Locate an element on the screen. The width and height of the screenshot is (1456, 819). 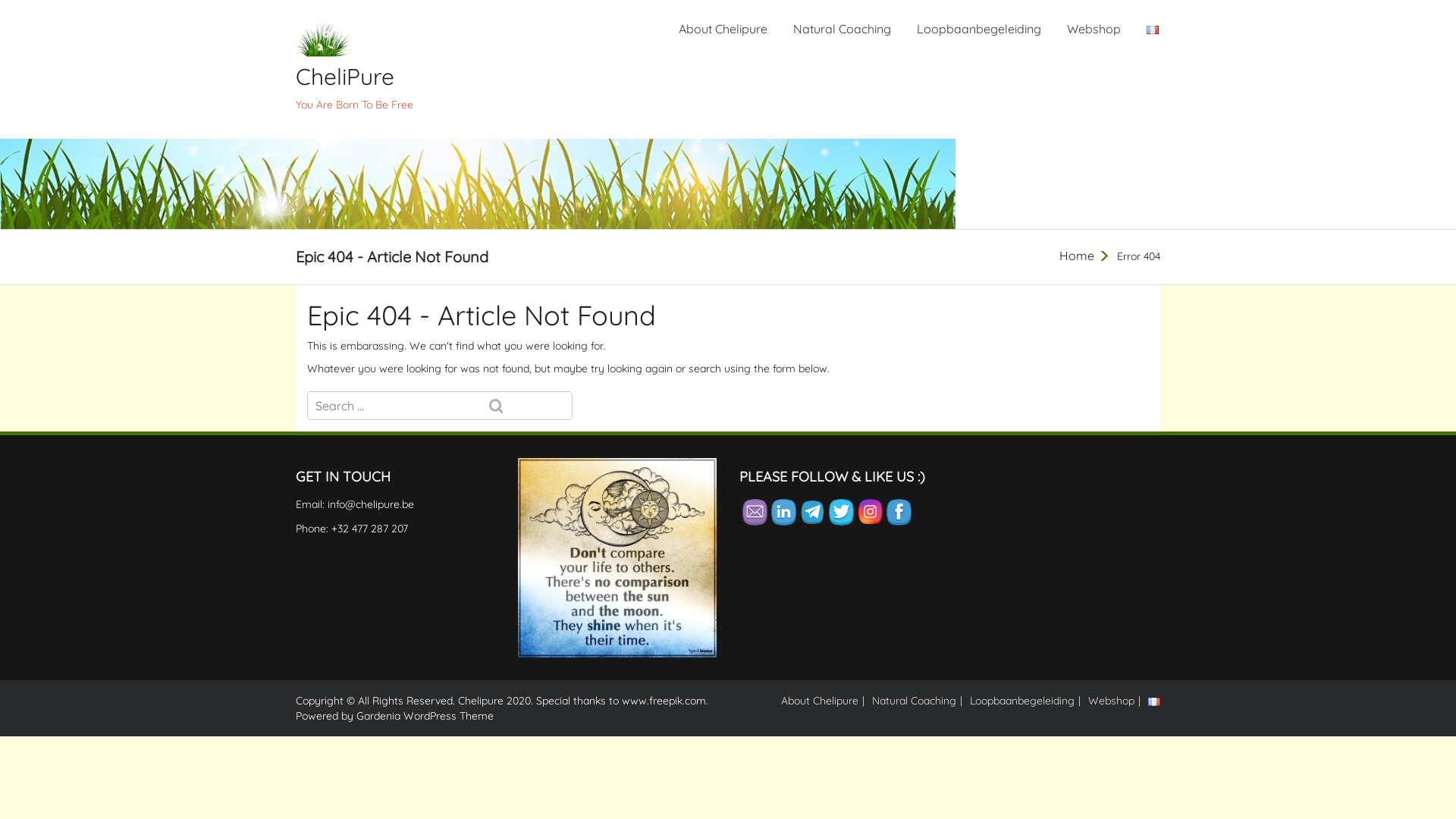
'Gardenia WordPress Theme' is located at coordinates (425, 716).